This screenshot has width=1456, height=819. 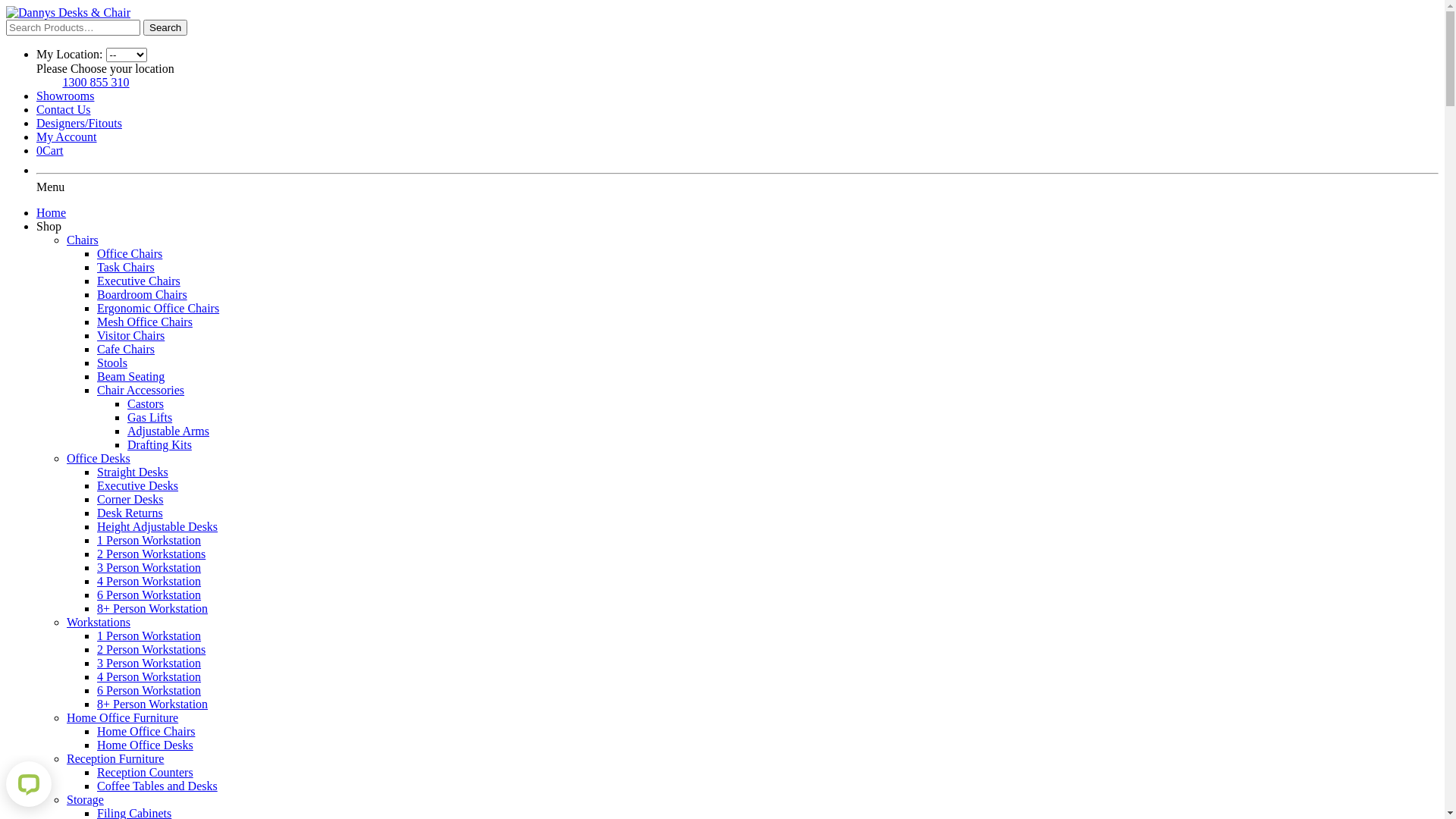 I want to click on 'Search for:', so click(x=72, y=27).